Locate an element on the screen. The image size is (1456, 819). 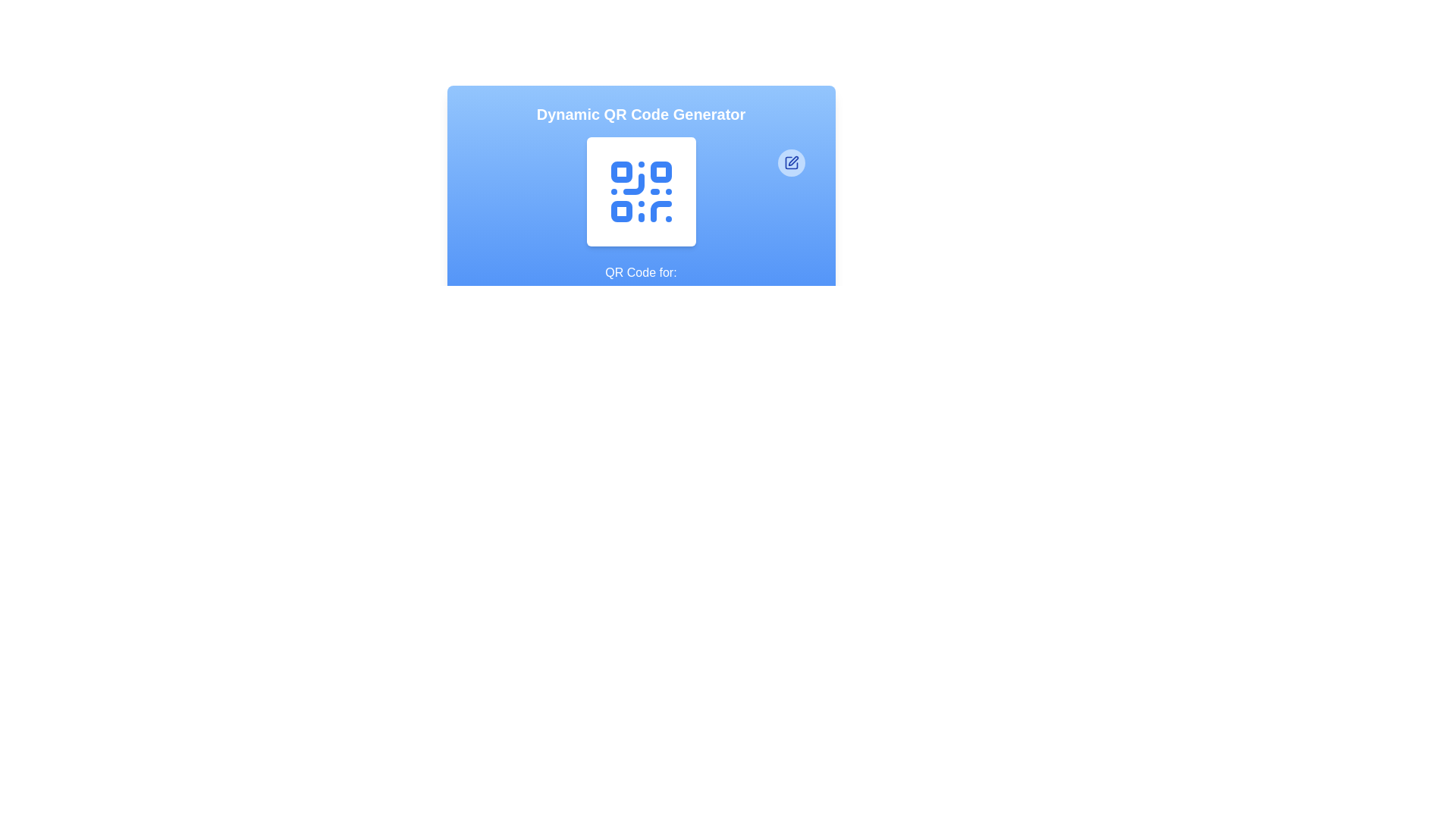
the iconic graphical detail located in the lower-right quadrant of the QR code graphic, which is part of its intricate pattern is located at coordinates (661, 211).